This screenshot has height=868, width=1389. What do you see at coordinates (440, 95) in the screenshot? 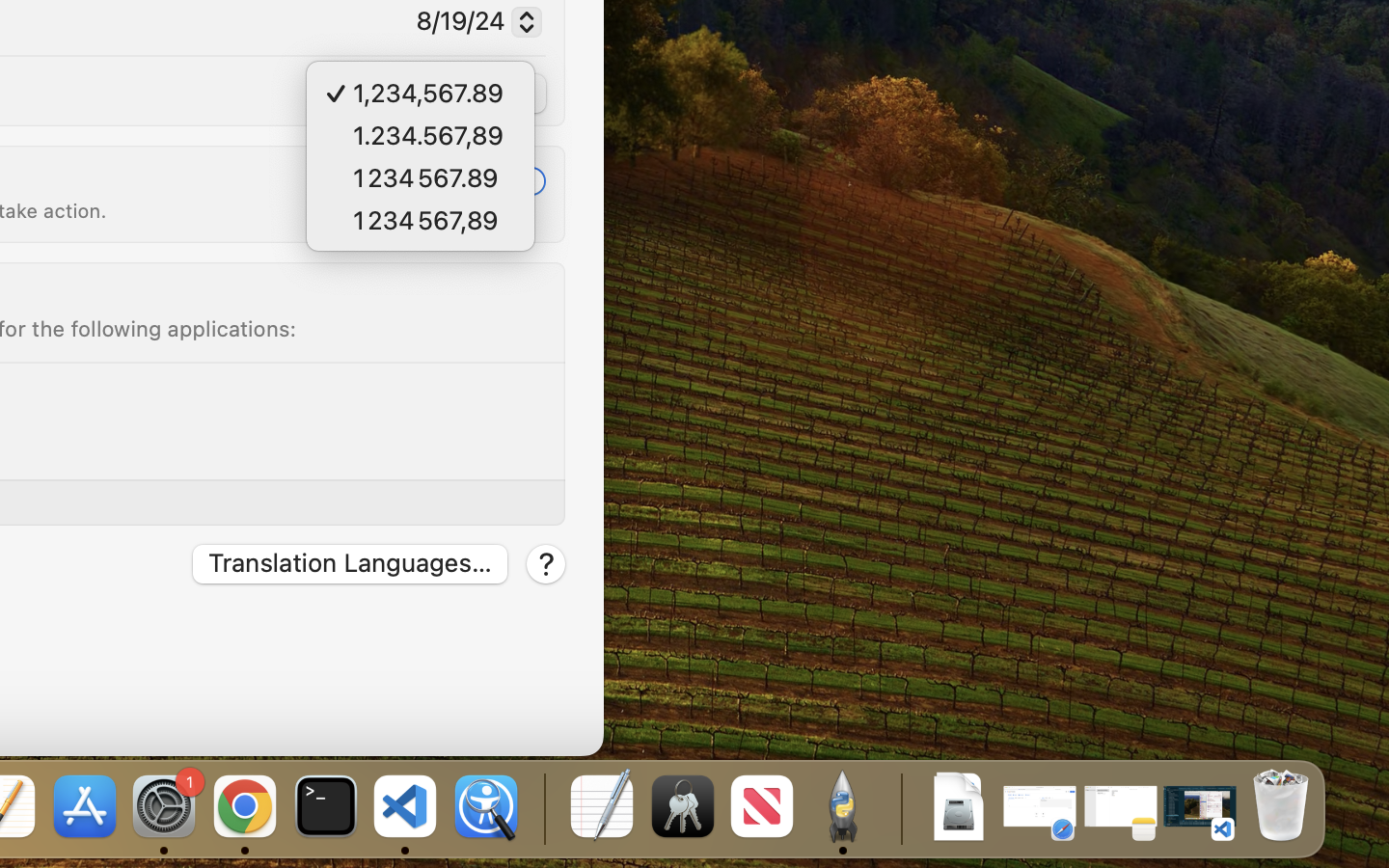
I see `'1,234,567.89'` at bounding box center [440, 95].